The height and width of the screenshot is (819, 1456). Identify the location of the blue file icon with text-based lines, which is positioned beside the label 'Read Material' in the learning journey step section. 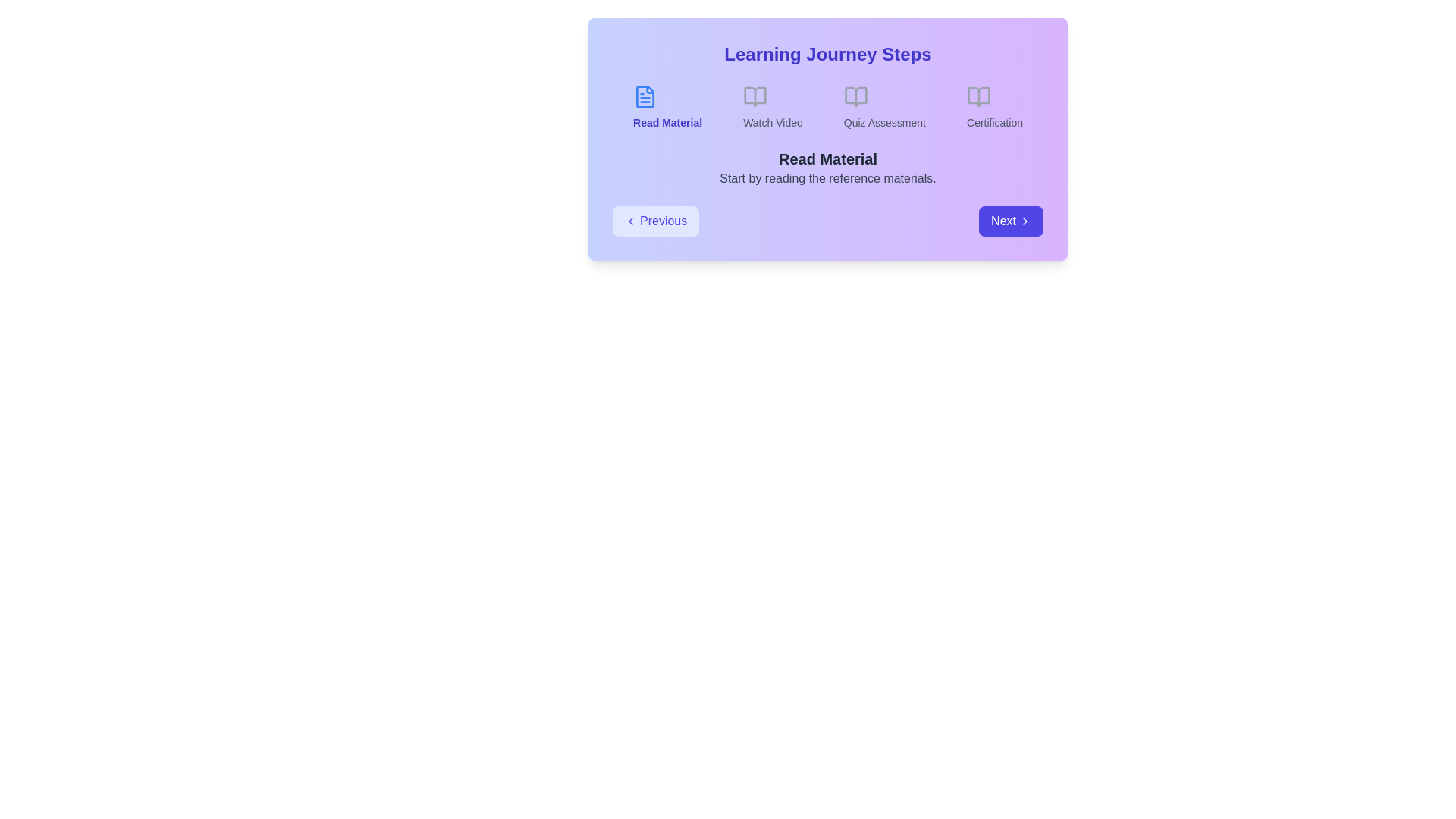
(645, 96).